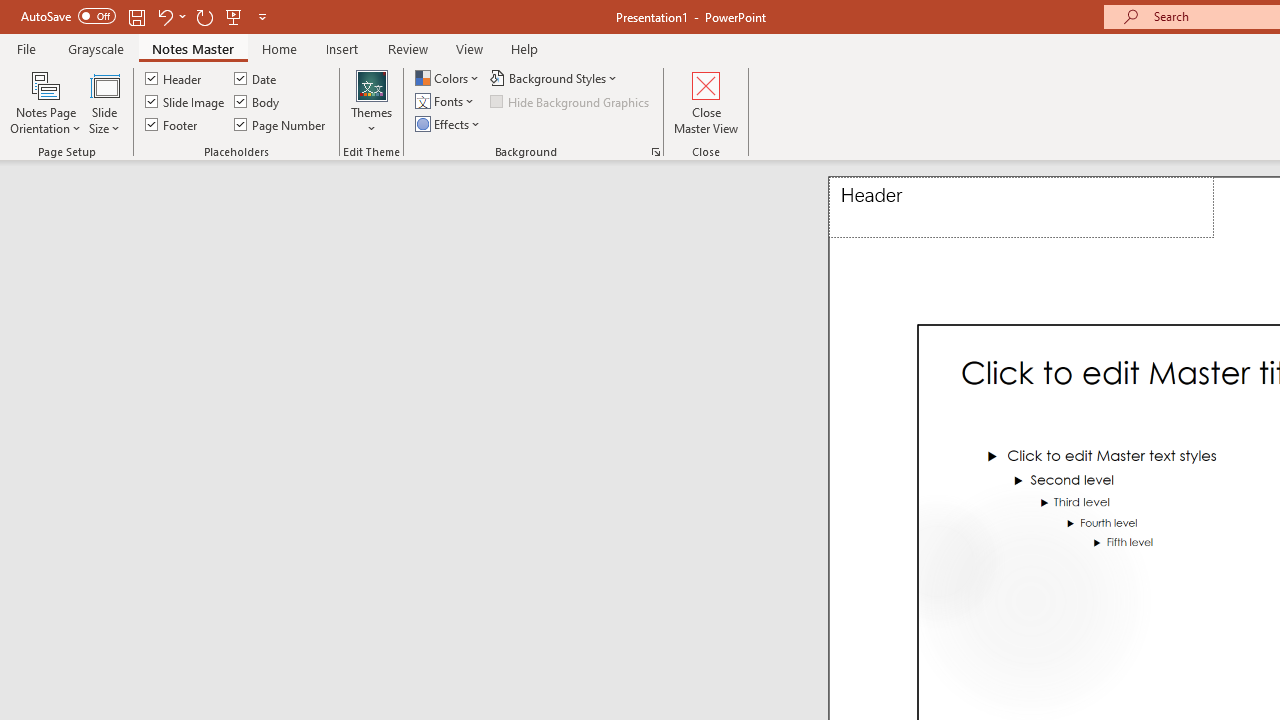 This screenshot has height=720, width=1280. I want to click on 'Slide Image', so click(186, 101).